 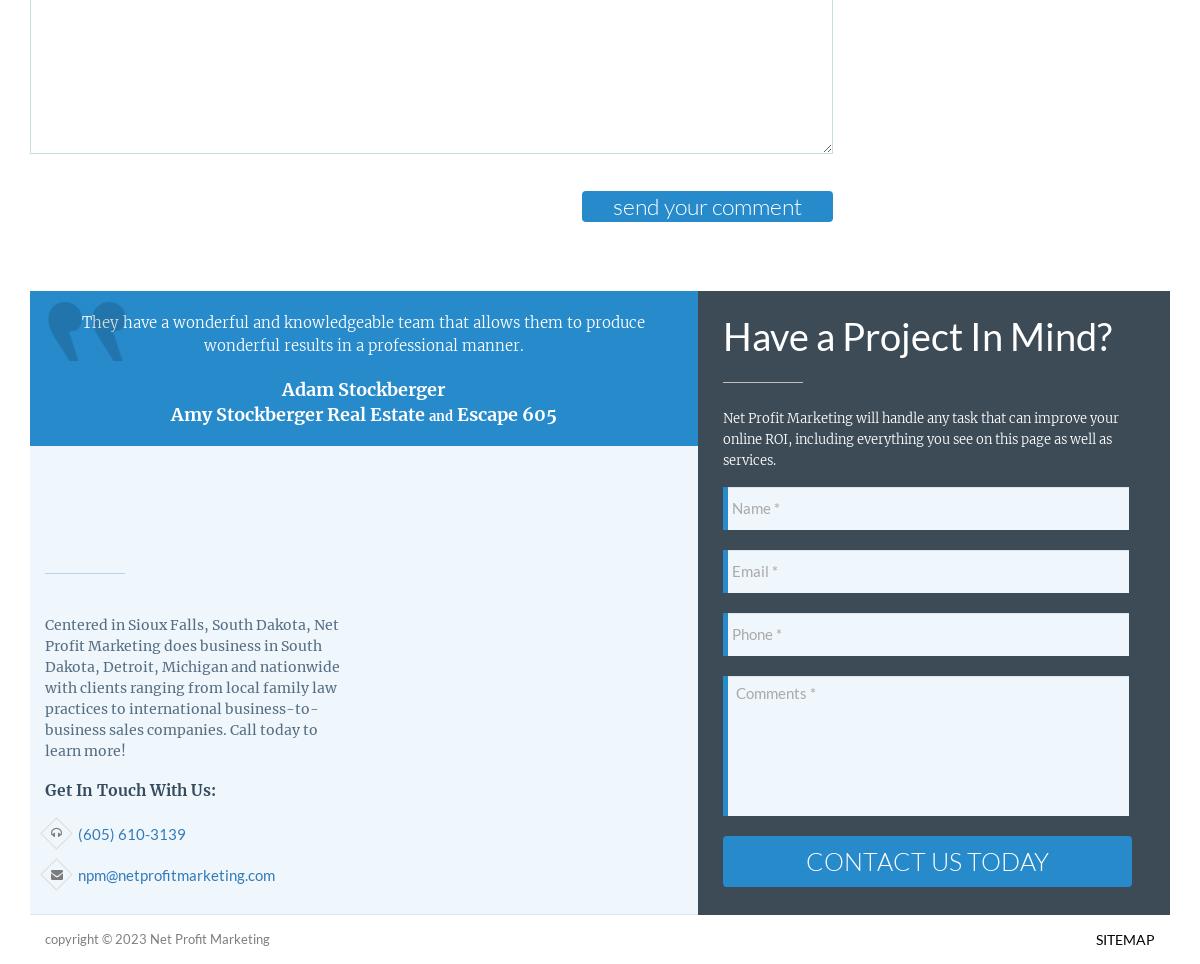 What do you see at coordinates (130, 789) in the screenshot?
I see `'Get In Touch With Us:'` at bounding box center [130, 789].